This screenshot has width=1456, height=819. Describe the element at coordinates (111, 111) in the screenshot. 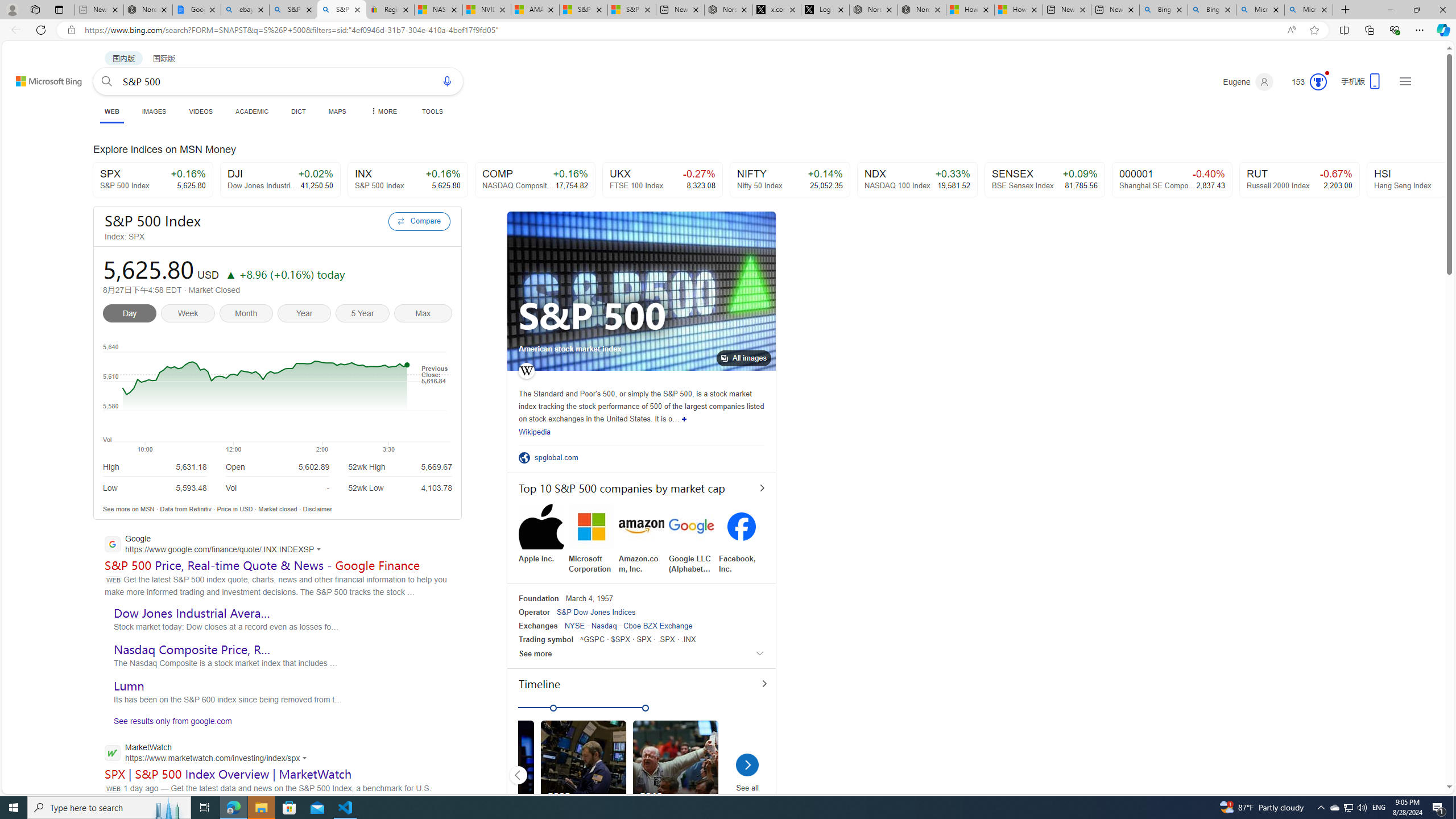

I see `'WEB'` at that location.